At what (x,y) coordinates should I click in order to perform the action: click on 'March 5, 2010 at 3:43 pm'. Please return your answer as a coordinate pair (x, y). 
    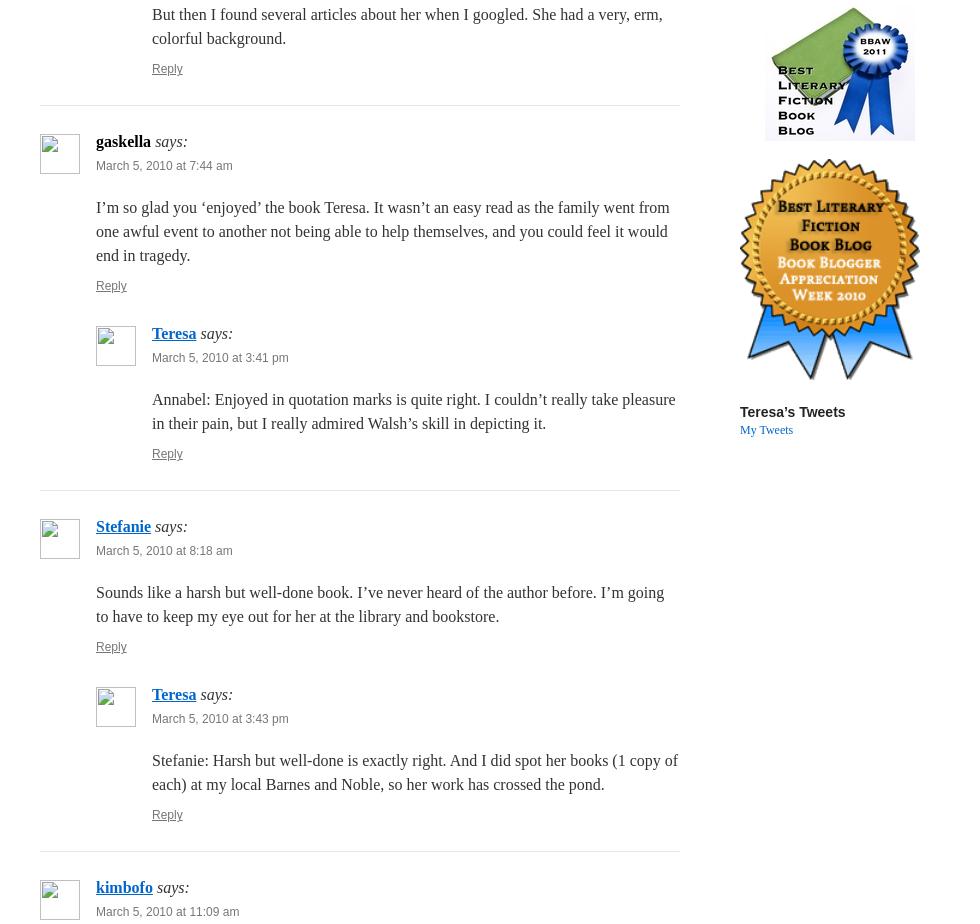
    Looking at the image, I should click on (151, 718).